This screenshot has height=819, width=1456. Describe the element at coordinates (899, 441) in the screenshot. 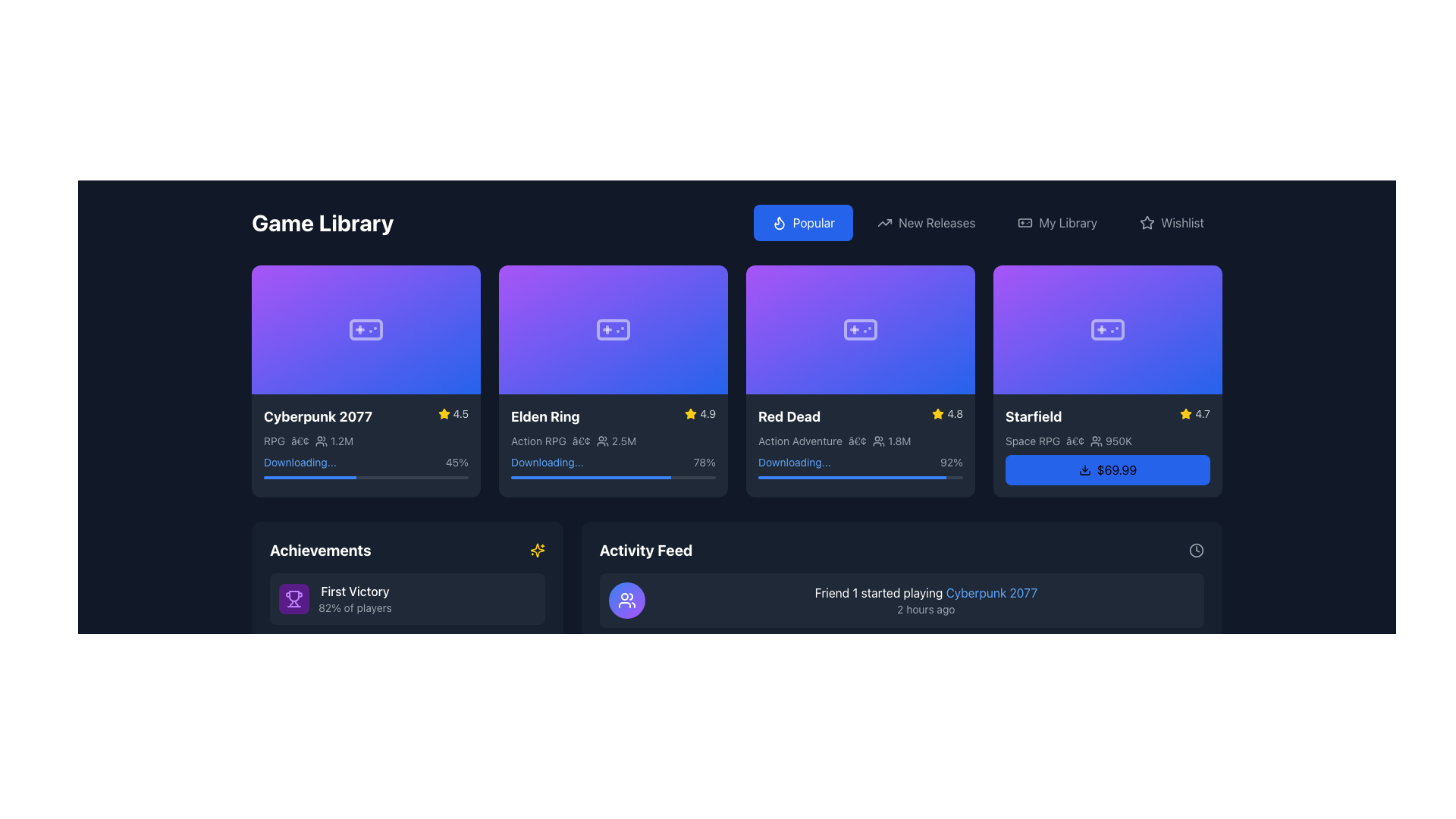

I see `the text label displaying the user count '1.8M' associated with the game 'Red Dead', located in the third position of the game cards row` at that location.